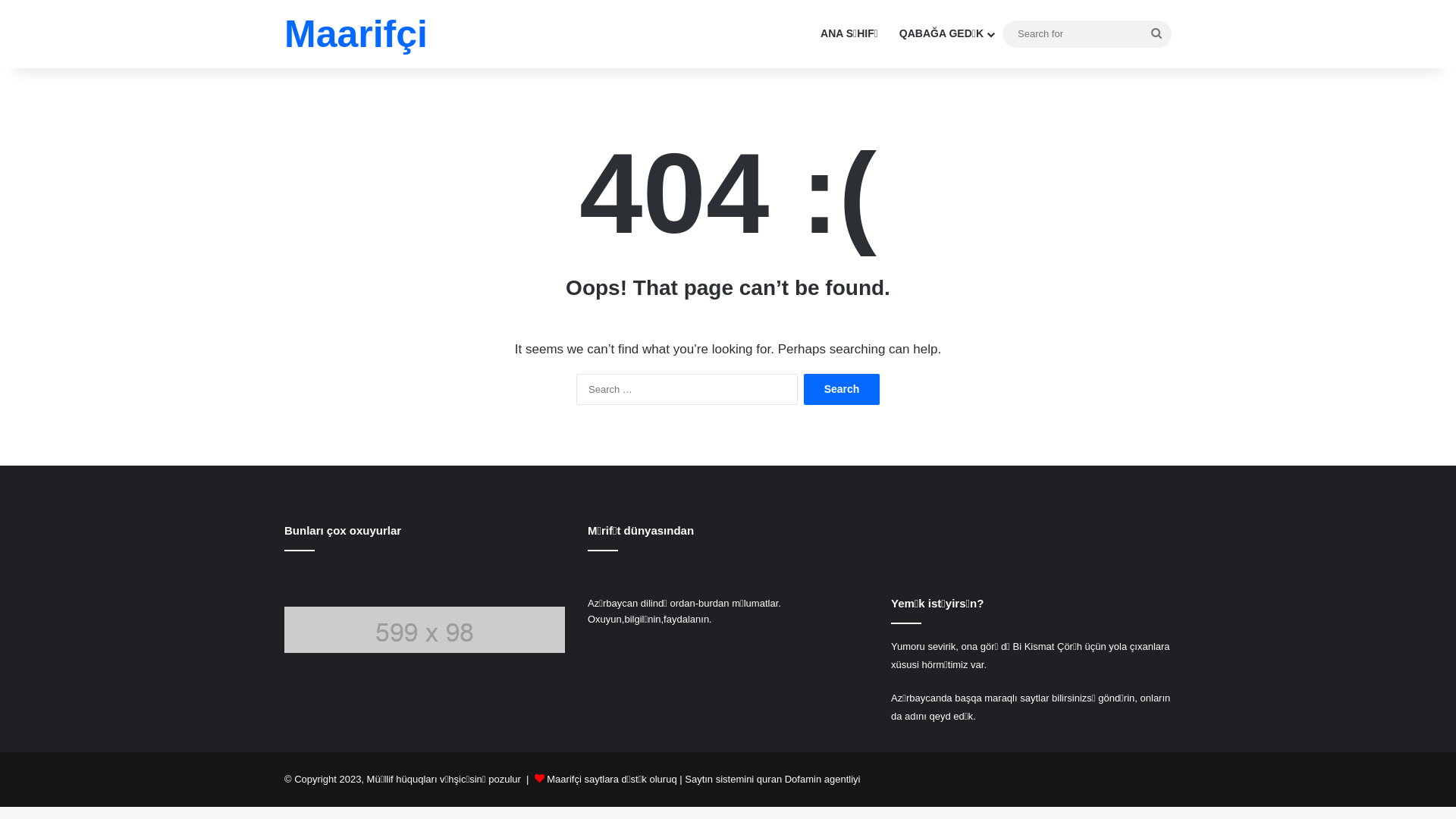  What do you see at coordinates (821, 779) in the screenshot?
I see `'Dofamin agentliyi'` at bounding box center [821, 779].